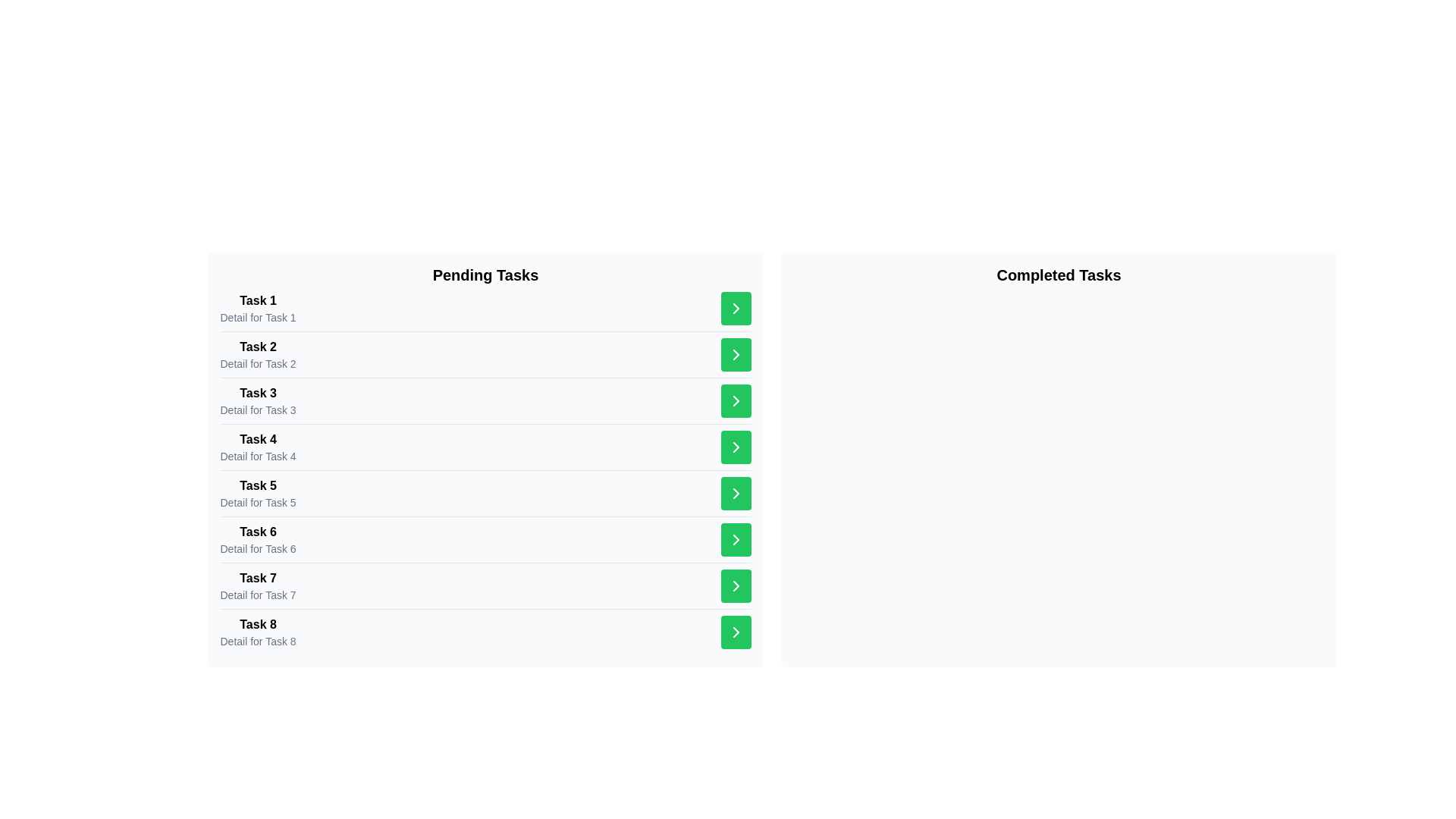 The image size is (1456, 819). Describe the element at coordinates (258, 494) in the screenshot. I see `the Text display element that provides information about 'Task 5' in the 'Pending Tasks' section, specifically the fifth item in the list` at that location.